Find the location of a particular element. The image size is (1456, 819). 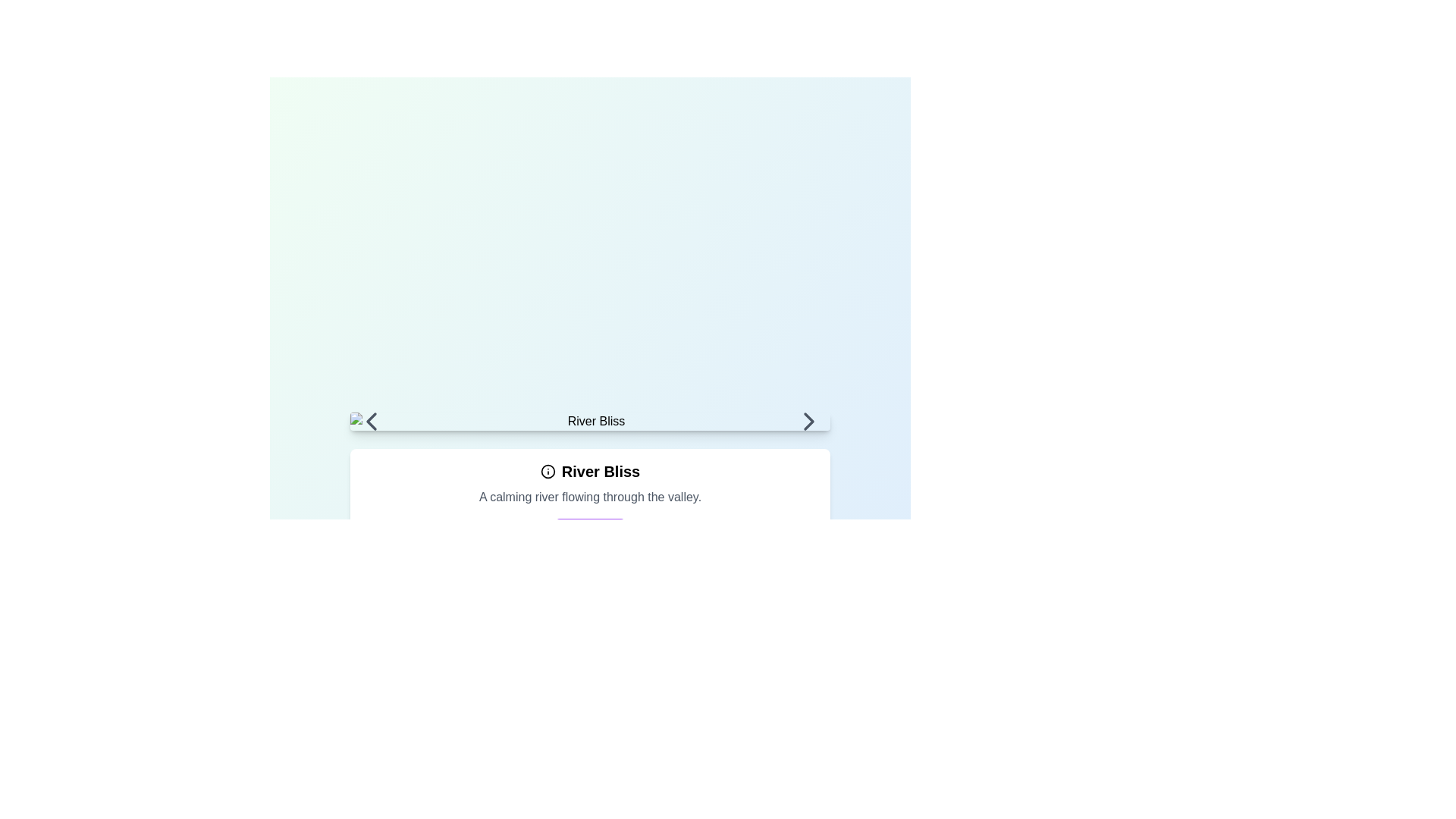

the text header element styled in bold and large font displaying 'River Bliss', located at the center-top of a rounded rectangular interface panel is located at coordinates (589, 470).